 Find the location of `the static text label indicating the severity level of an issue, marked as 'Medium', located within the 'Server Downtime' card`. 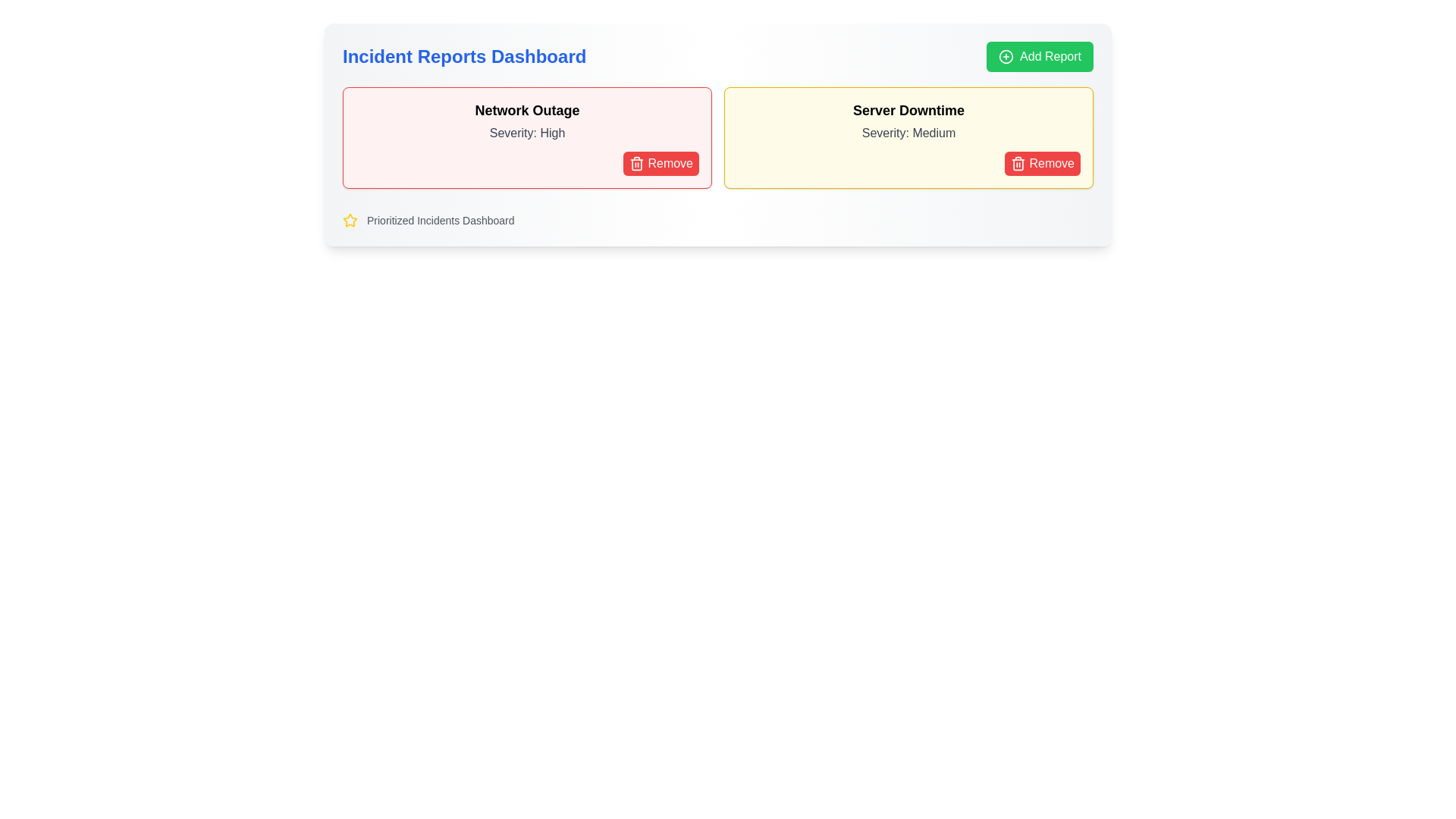

the static text label indicating the severity level of an issue, marked as 'Medium', located within the 'Server Downtime' card is located at coordinates (908, 133).